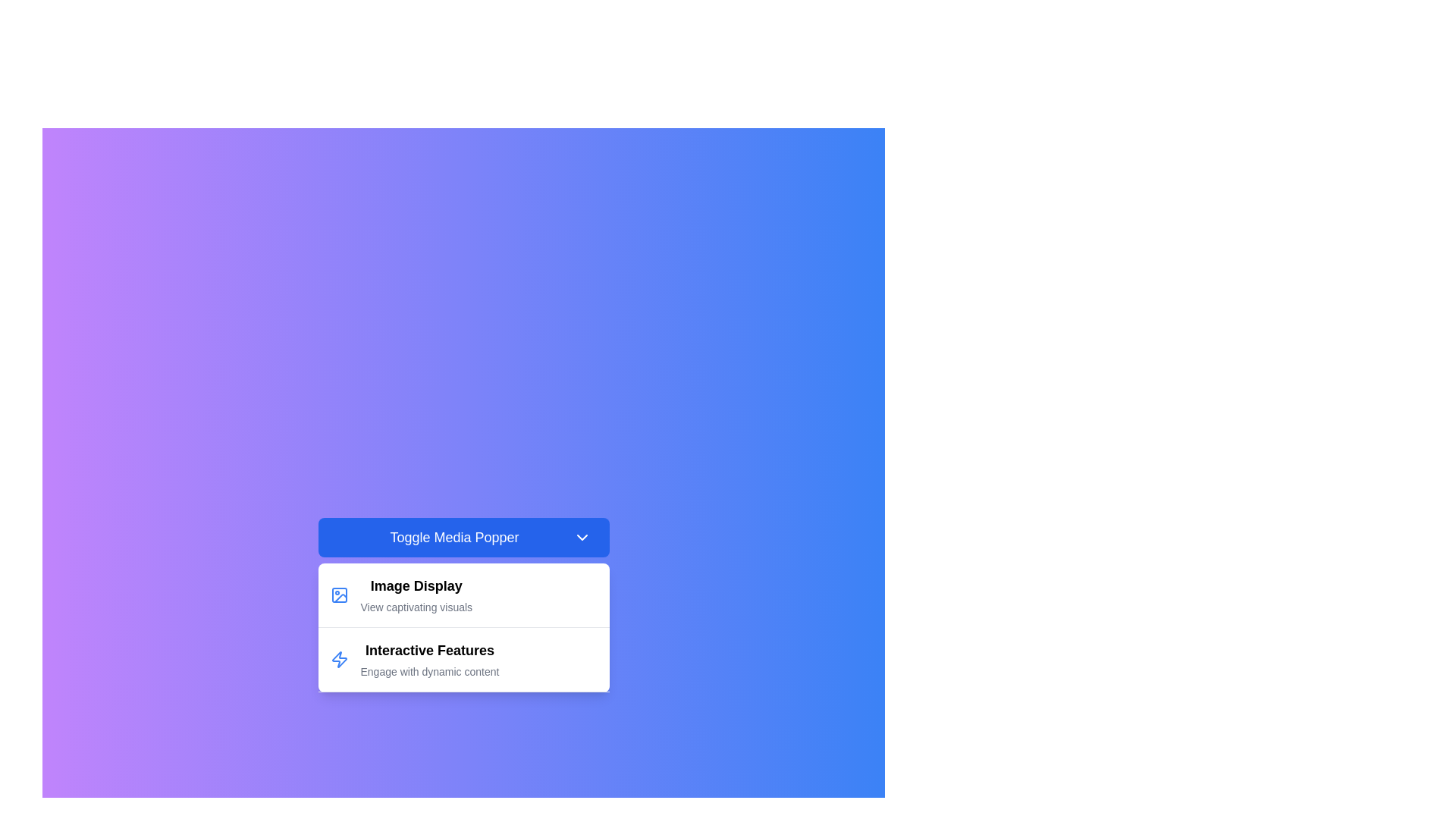 This screenshot has height=819, width=1456. Describe the element at coordinates (338, 659) in the screenshot. I see `the decorative icon associated with the 'Interactive Features' menu item, which is the second option under 'Toggle Media Popper'` at that location.